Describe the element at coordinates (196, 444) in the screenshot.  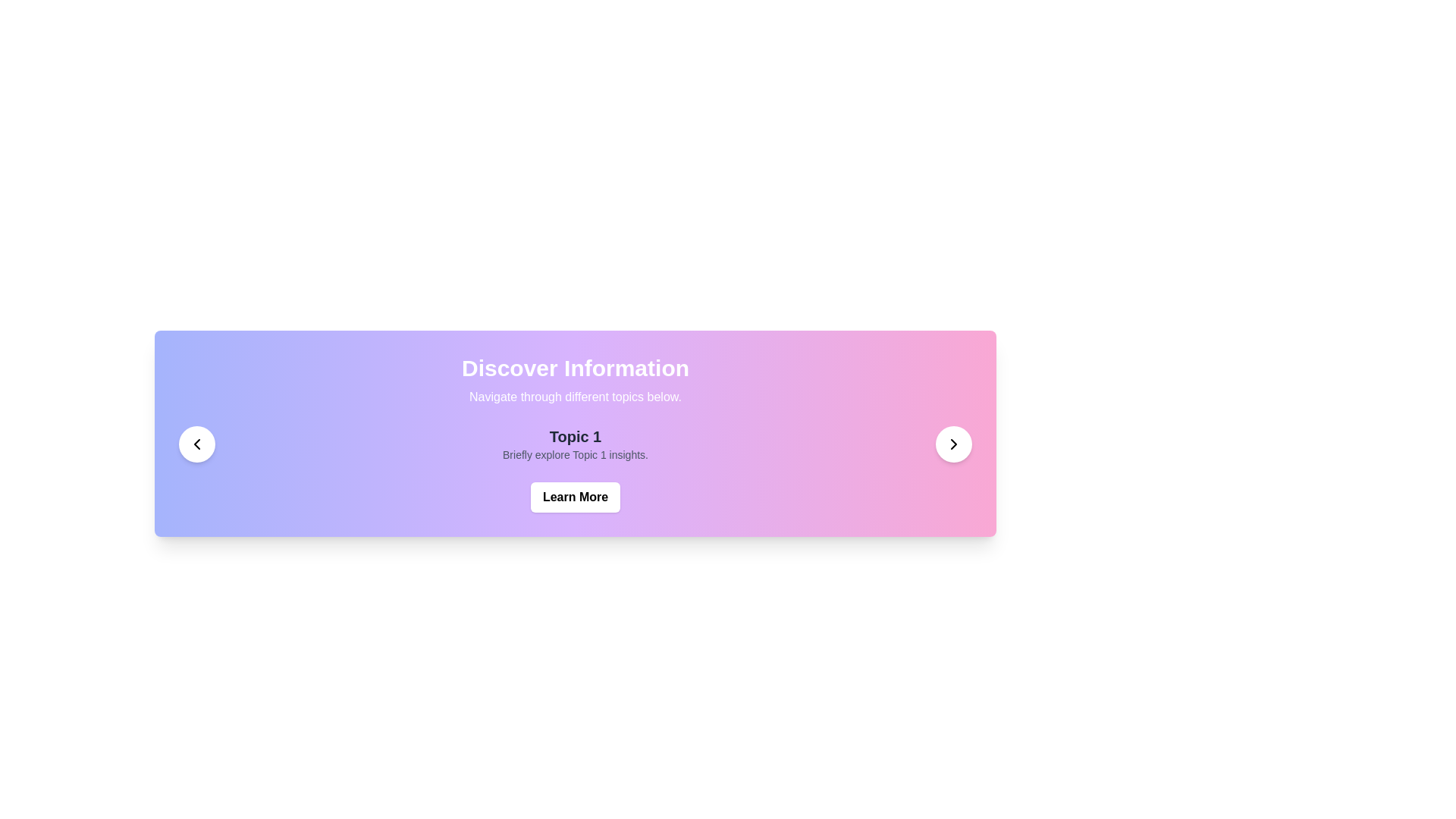
I see `the left-pointing chevron icon, which is a thin outlined arrow located within a circular white button on the left side of the gradient card` at that location.